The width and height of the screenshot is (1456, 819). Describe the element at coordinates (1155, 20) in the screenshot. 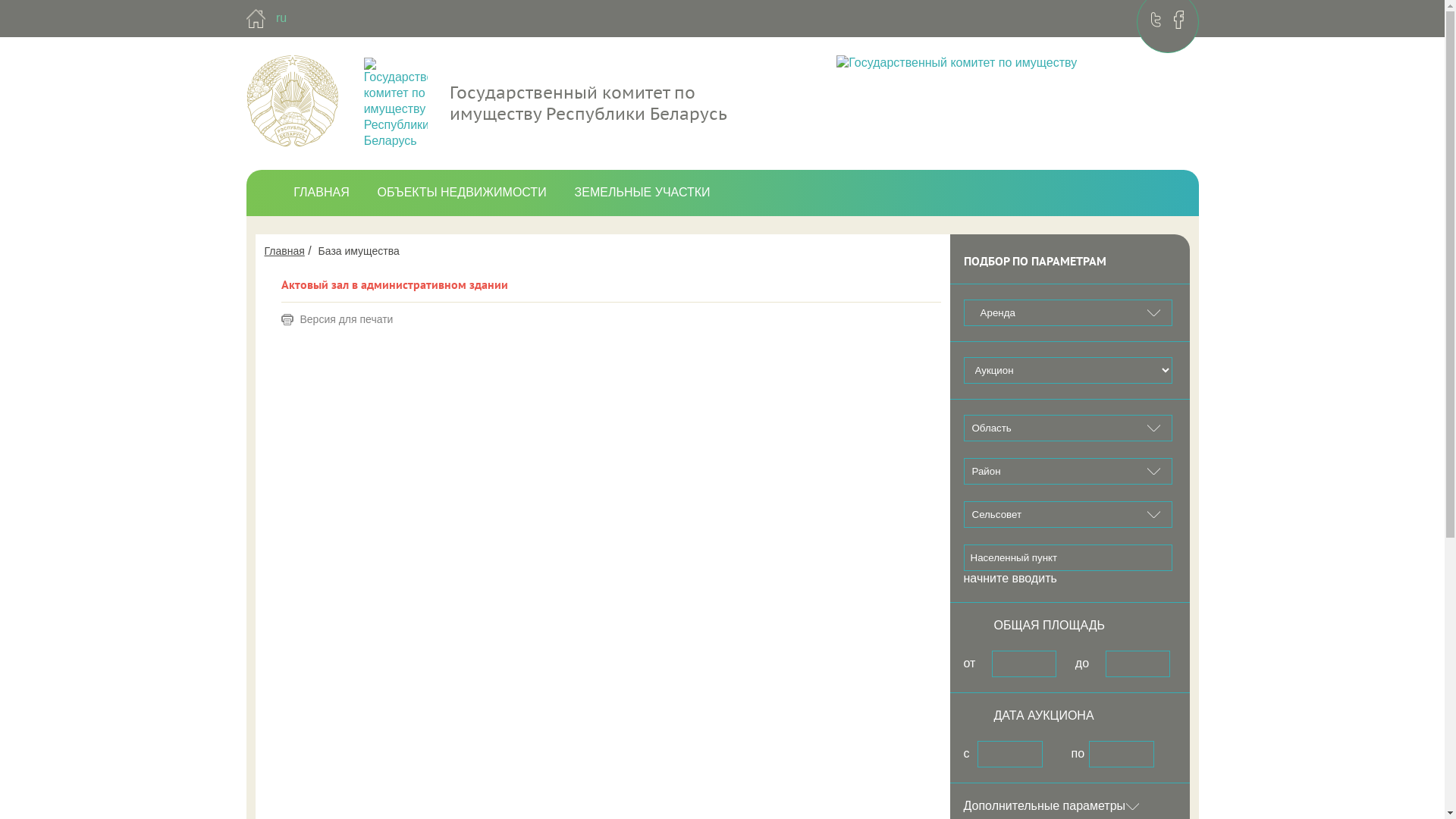

I see `'twitter'` at that location.